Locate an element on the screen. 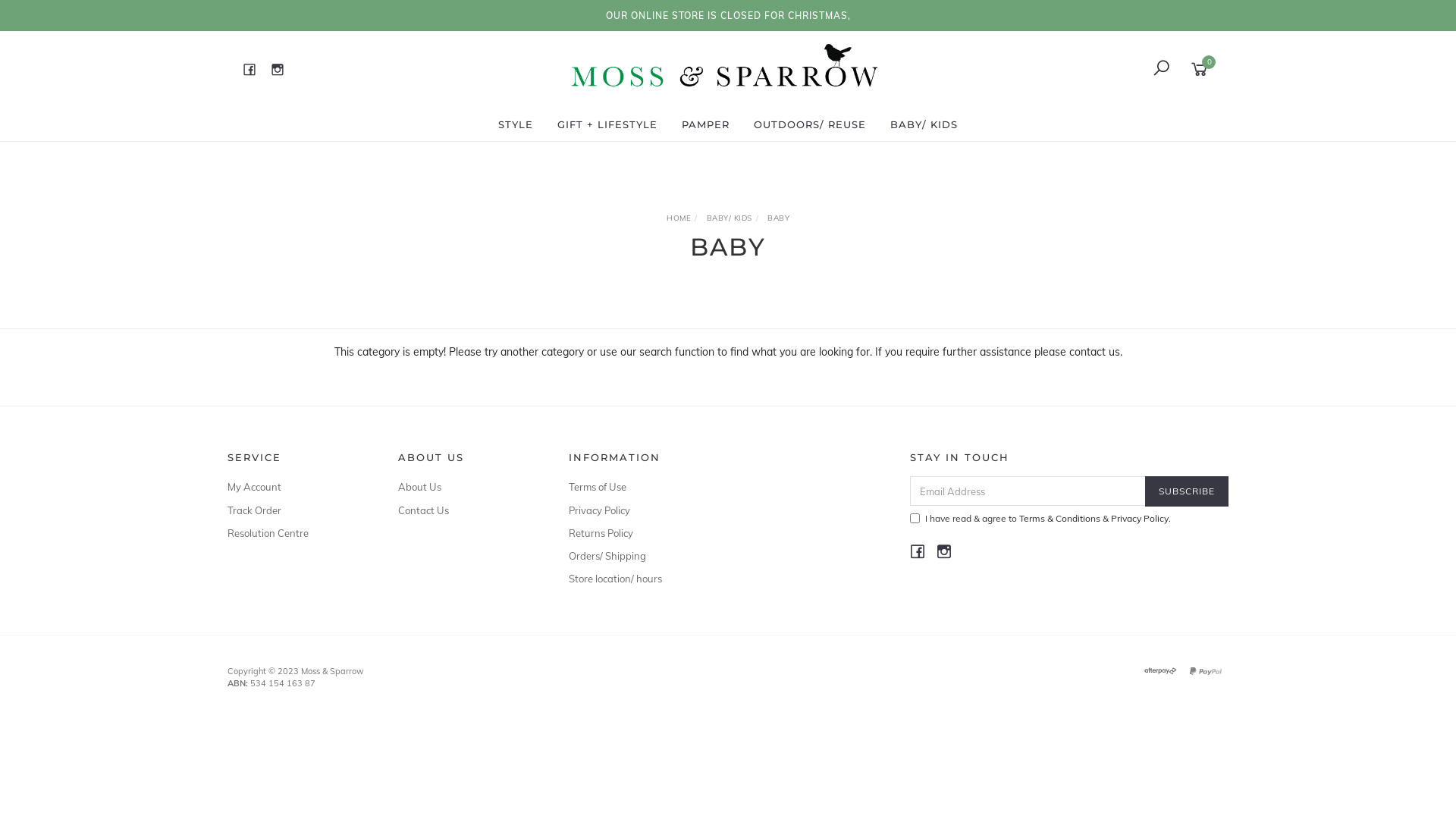  'BABY/ KIDS' is located at coordinates (729, 218).